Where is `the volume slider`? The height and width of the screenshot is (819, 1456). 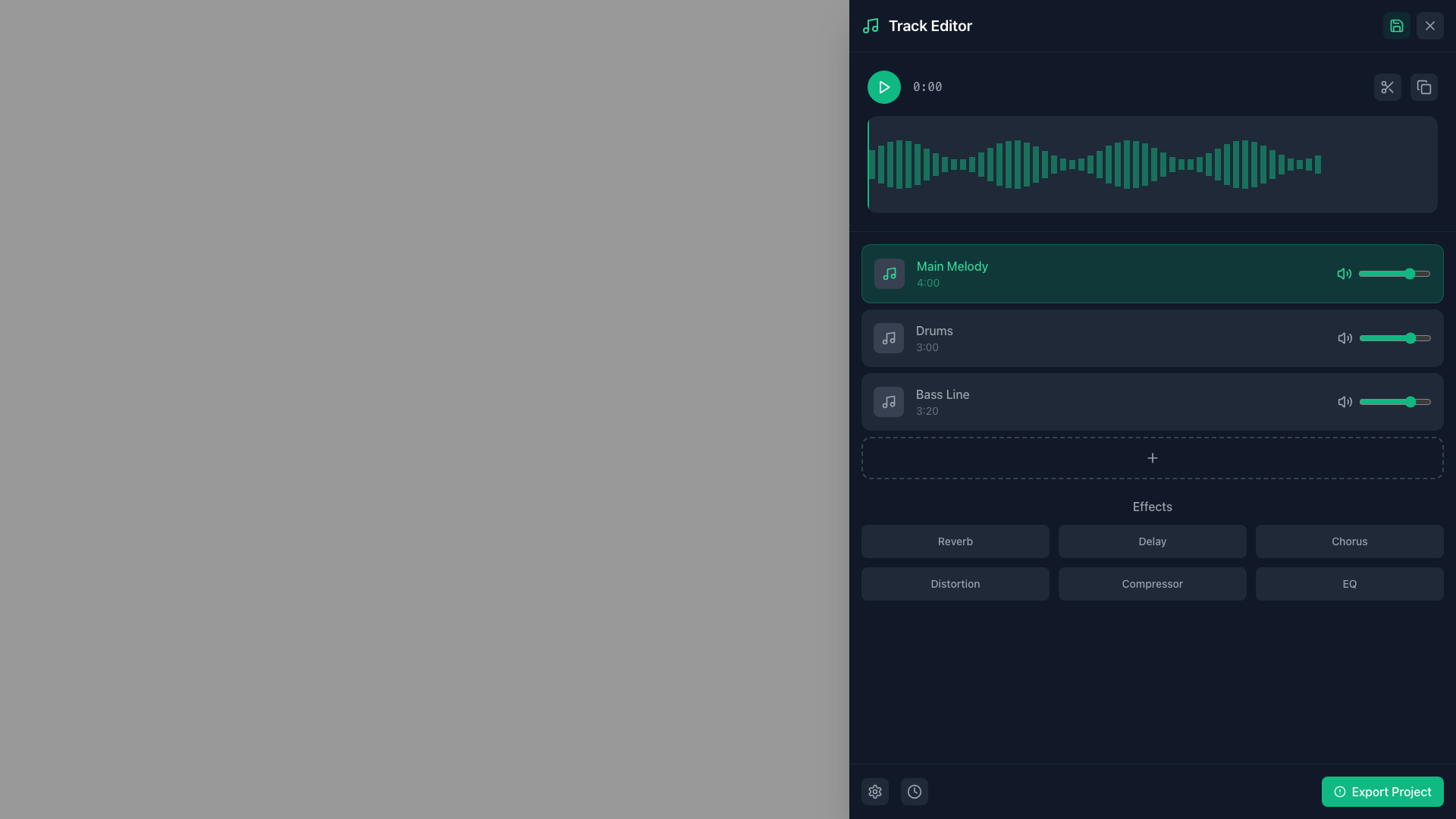
the volume slider is located at coordinates (1407, 400).